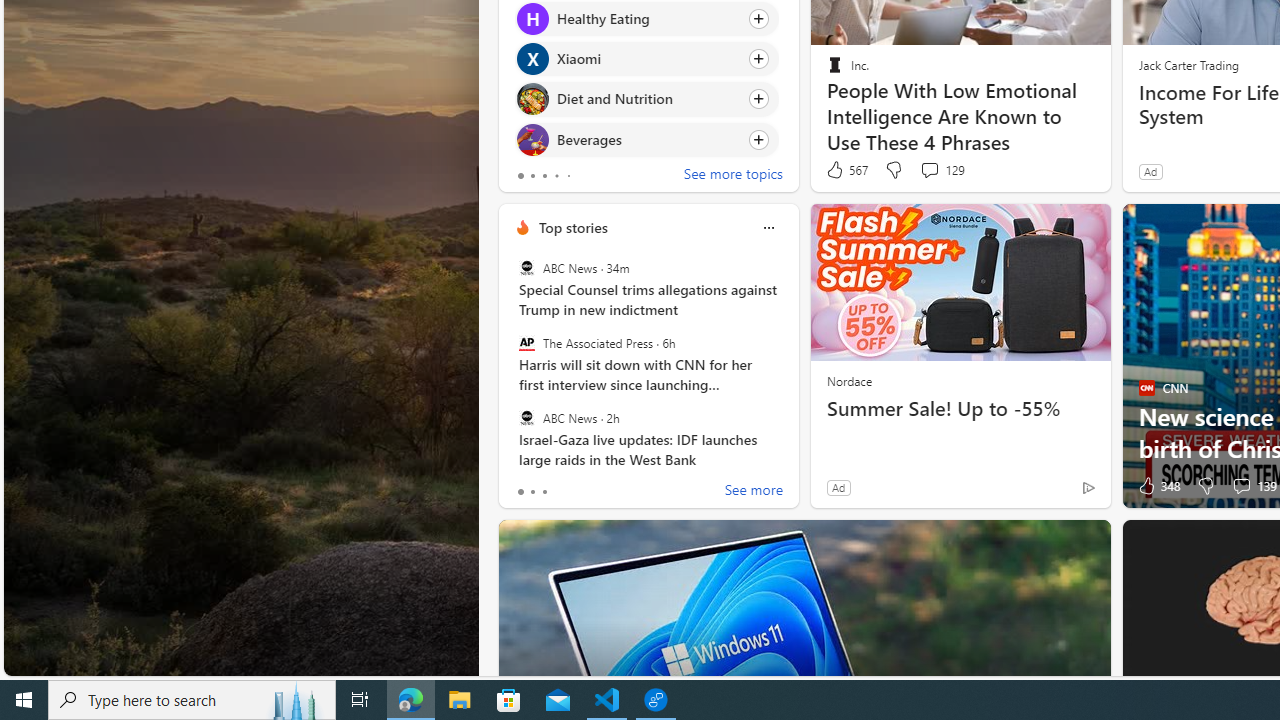 The height and width of the screenshot is (720, 1280). Describe the element at coordinates (647, 99) in the screenshot. I see `'Click to follow topic Diet and Nutrition'` at that location.